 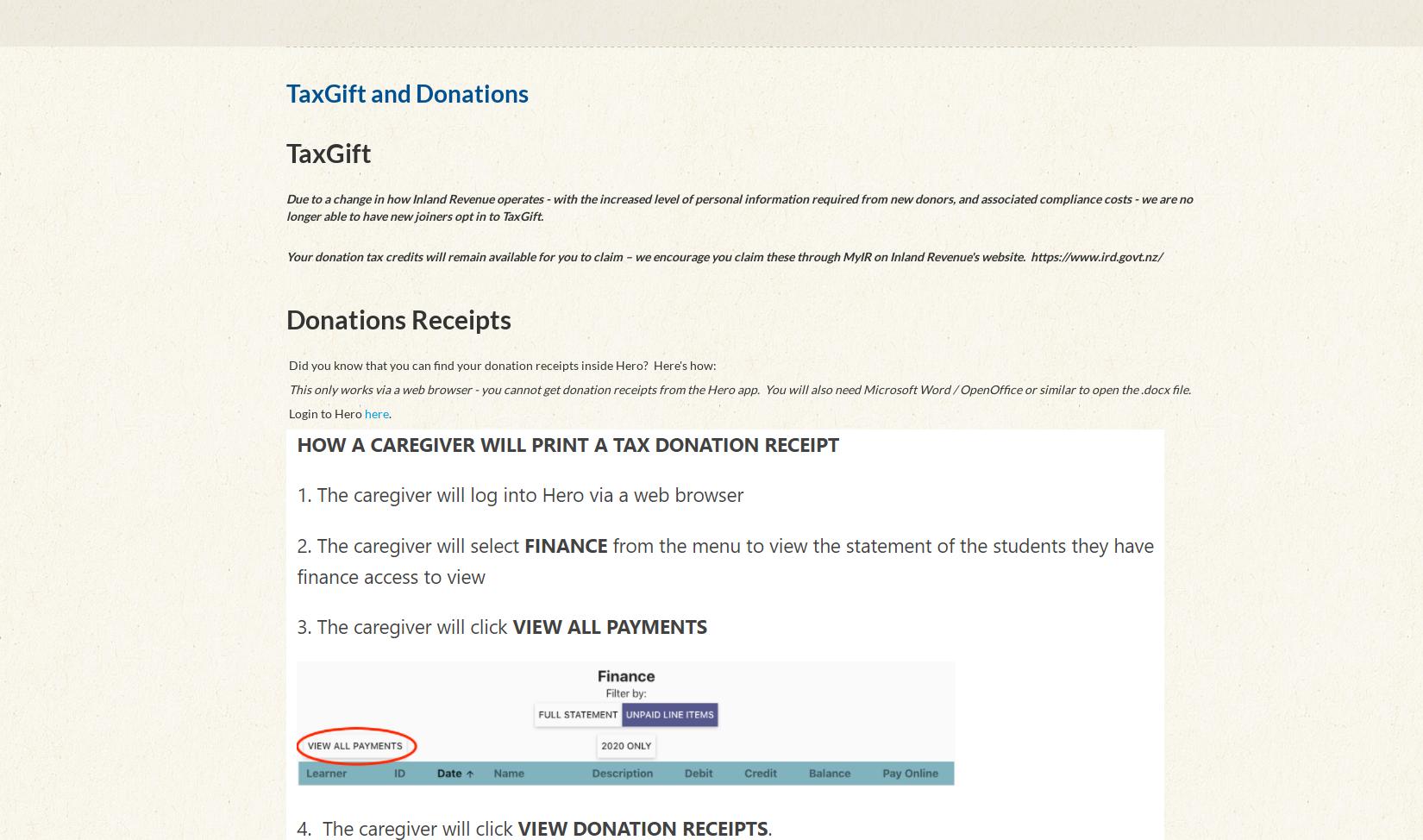 What do you see at coordinates (285, 254) in the screenshot?
I see `'Your donation tax credits will remain available for you to claim – we encourage you claim these through MyIR on Inland Revenue's website.  https://www.ird.govt.nz/'` at bounding box center [285, 254].